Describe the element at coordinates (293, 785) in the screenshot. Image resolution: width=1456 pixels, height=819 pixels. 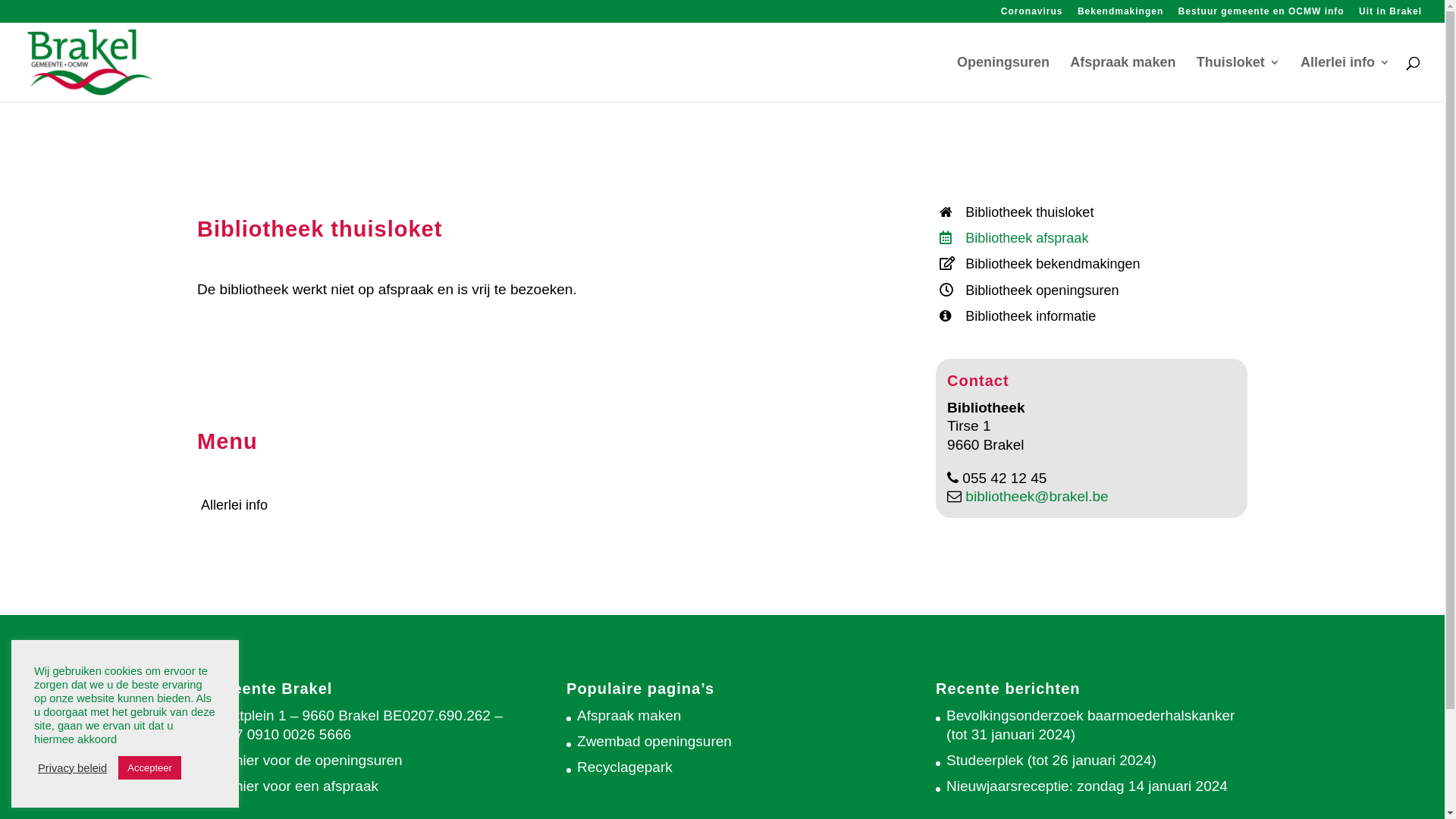
I see `'Klik hier voor een afspraak'` at that location.